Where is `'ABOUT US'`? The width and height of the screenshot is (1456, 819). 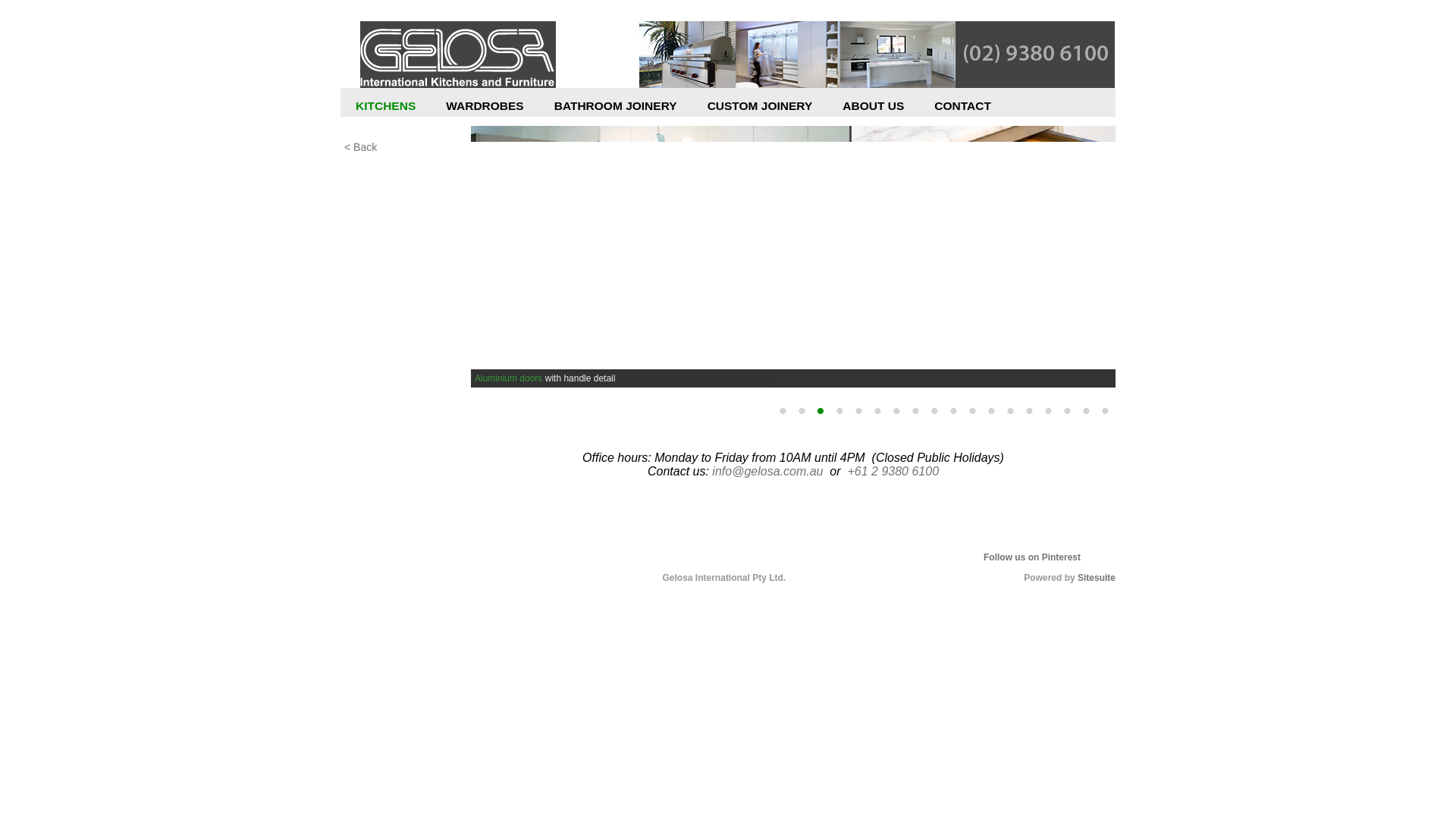
'ABOUT US' is located at coordinates (873, 109).